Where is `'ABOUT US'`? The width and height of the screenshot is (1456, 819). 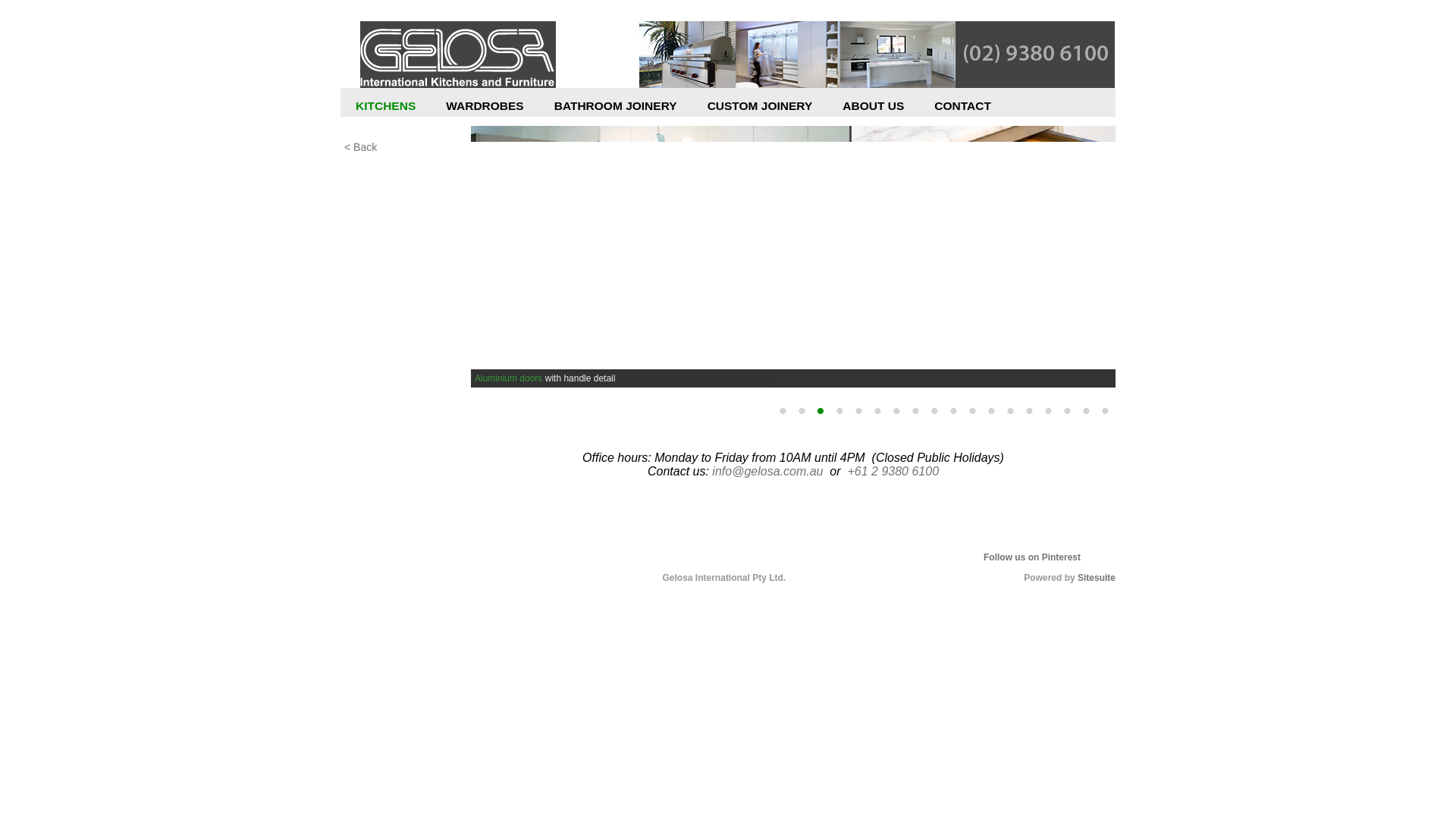
'ABOUT US' is located at coordinates (873, 109).